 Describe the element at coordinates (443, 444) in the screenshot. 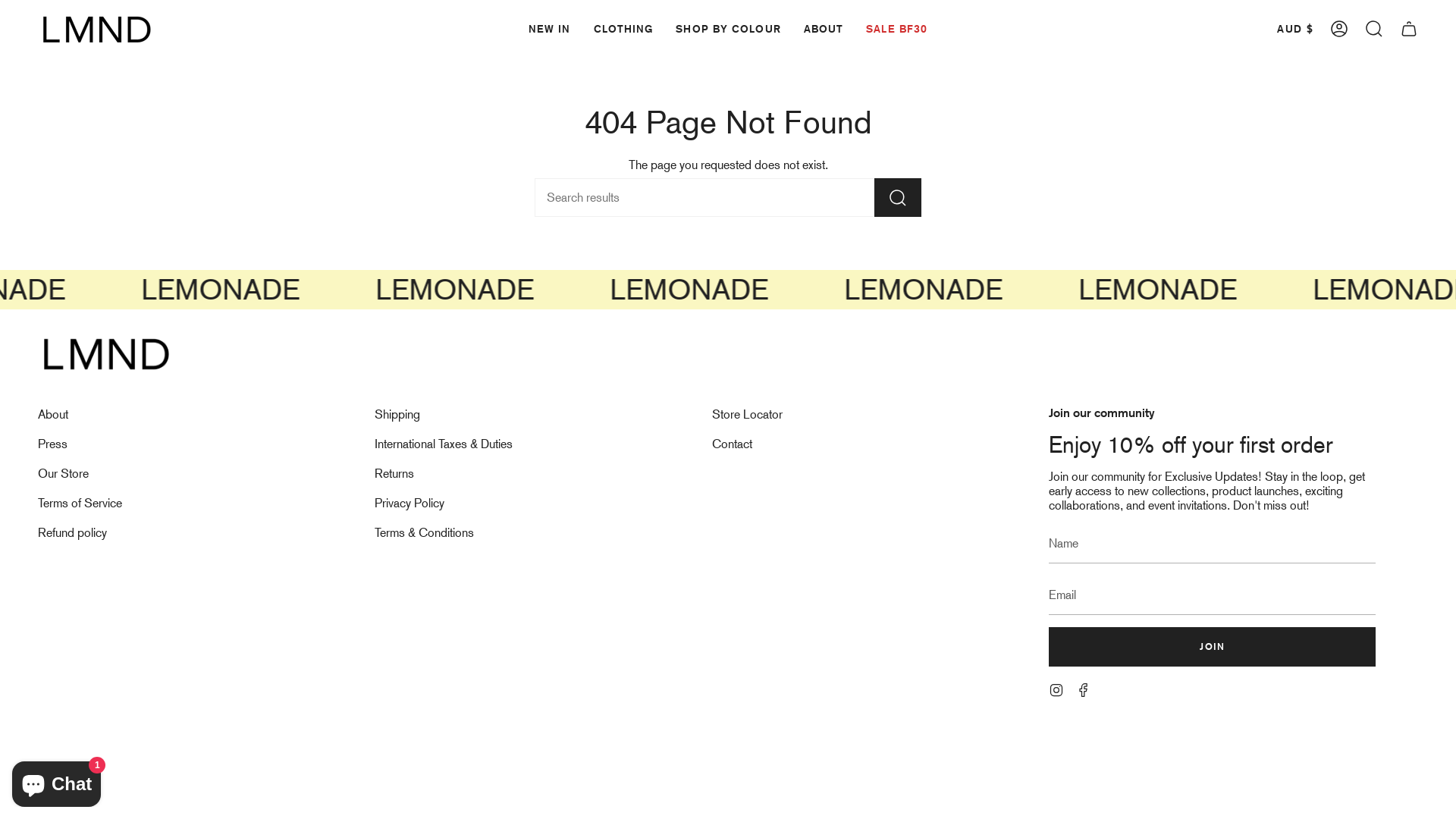

I see `'International Taxes & Duties'` at that location.